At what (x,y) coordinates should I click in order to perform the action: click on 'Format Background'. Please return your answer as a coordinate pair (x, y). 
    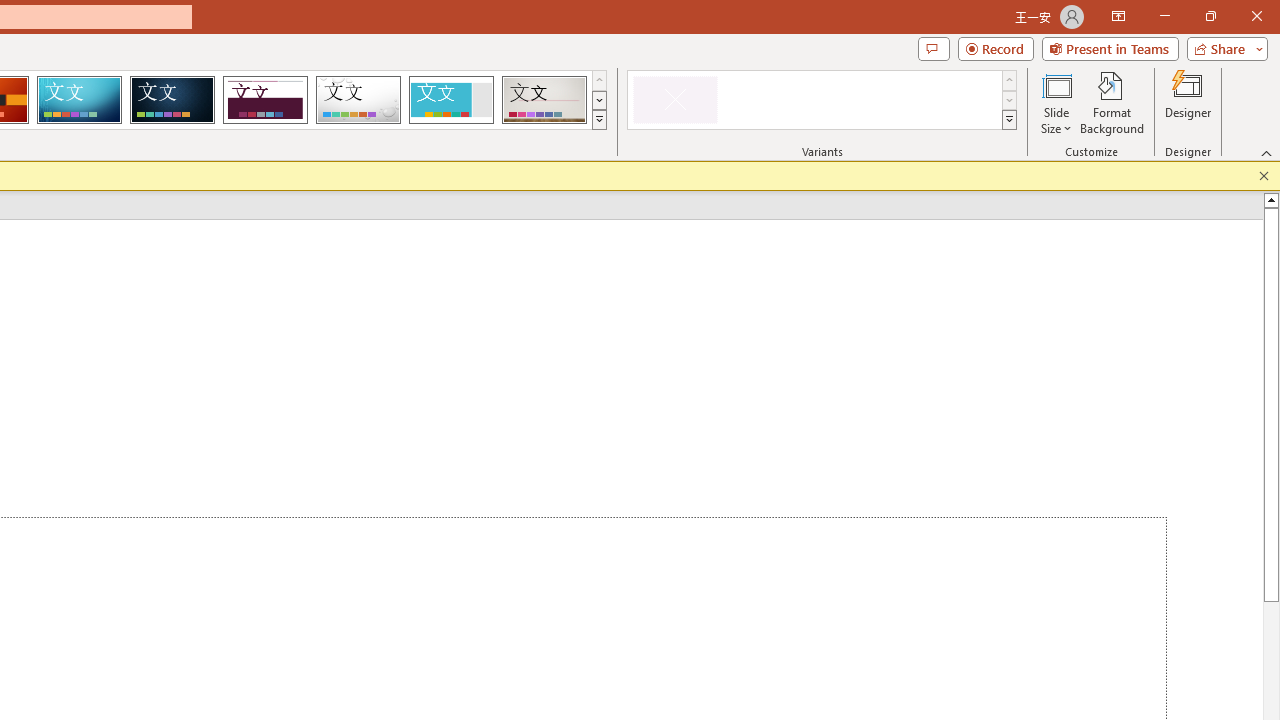
    Looking at the image, I should click on (1111, 103).